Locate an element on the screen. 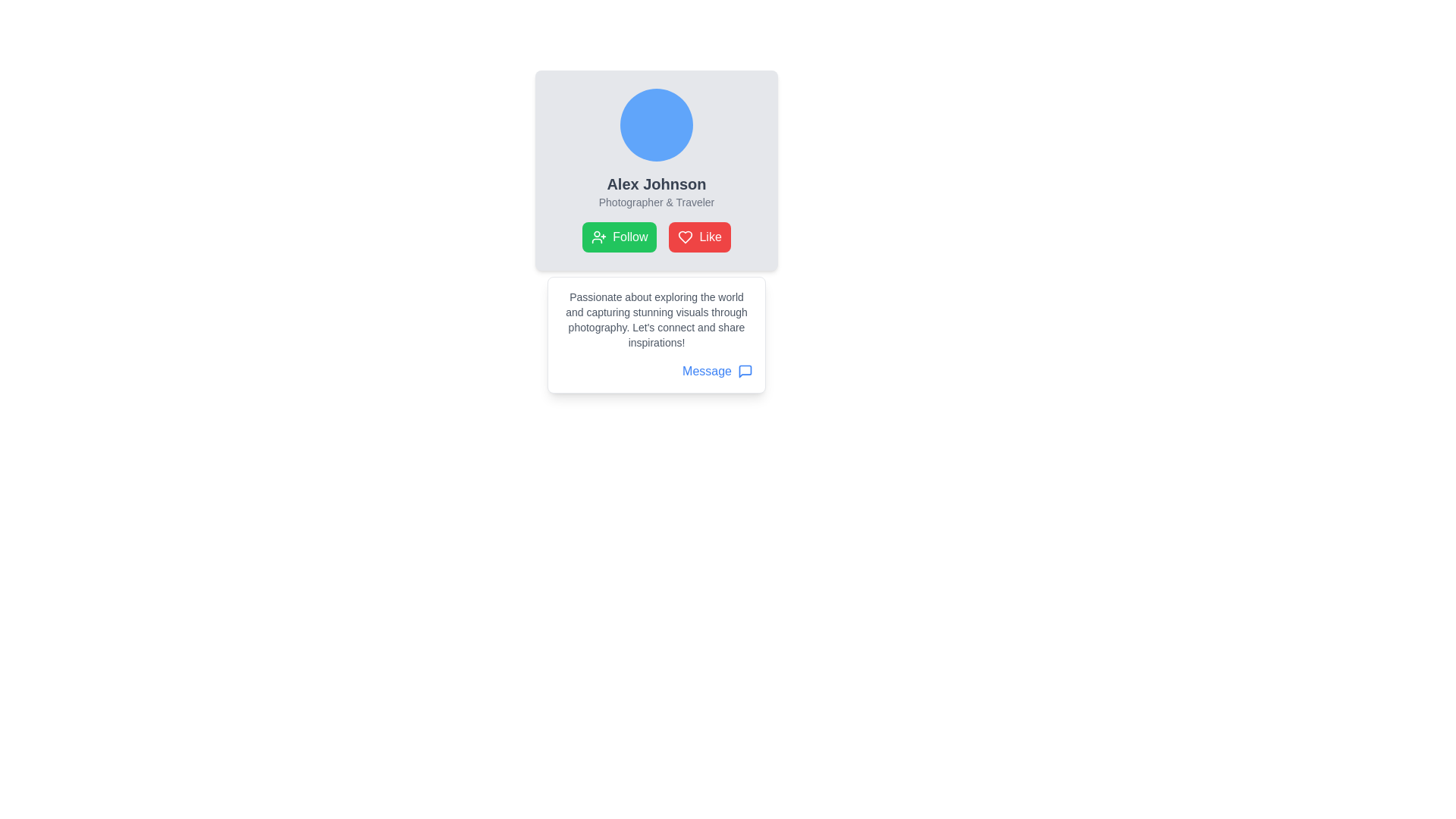 Image resolution: width=1456 pixels, height=819 pixels. the green 'Follow' button with rounded corners, which features a white text and an icon of a person with a plus sign is located at coordinates (620, 237).